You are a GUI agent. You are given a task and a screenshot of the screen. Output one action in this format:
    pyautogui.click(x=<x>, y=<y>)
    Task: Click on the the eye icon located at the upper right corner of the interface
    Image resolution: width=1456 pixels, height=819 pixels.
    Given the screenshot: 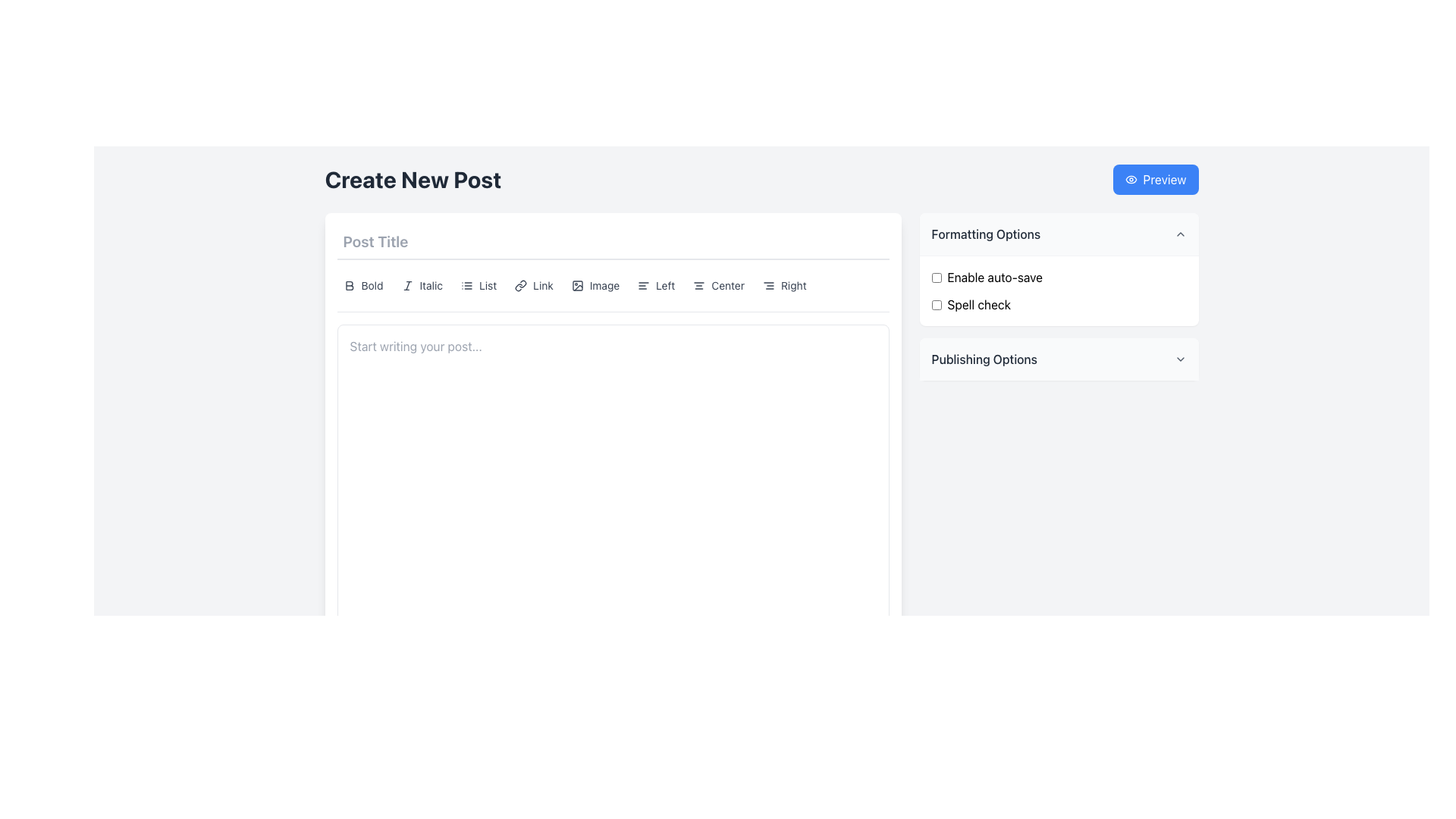 What is the action you would take?
    pyautogui.click(x=1131, y=178)
    